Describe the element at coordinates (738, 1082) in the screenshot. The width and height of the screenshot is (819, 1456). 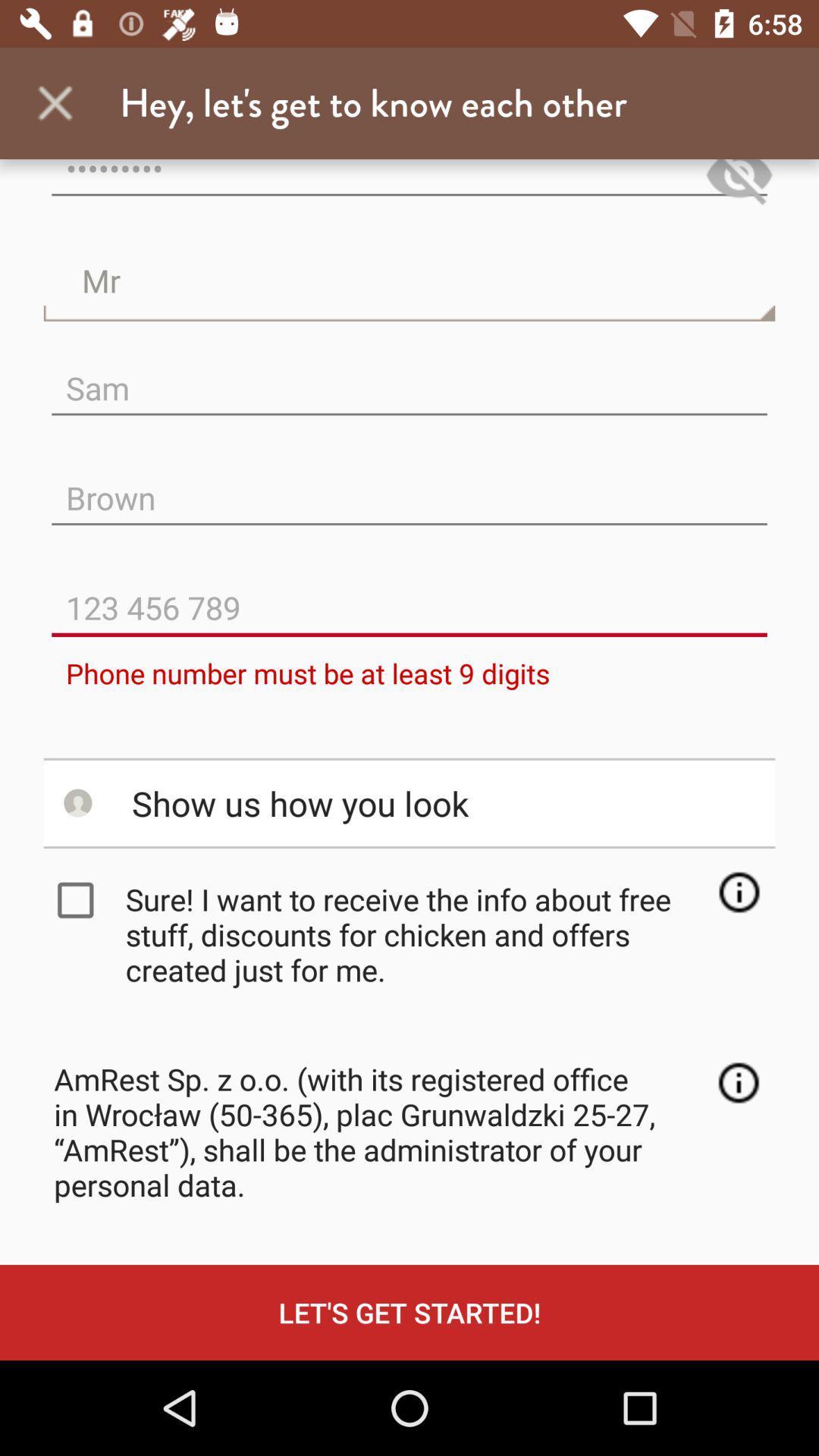
I see `the item at the bottom right corner` at that location.